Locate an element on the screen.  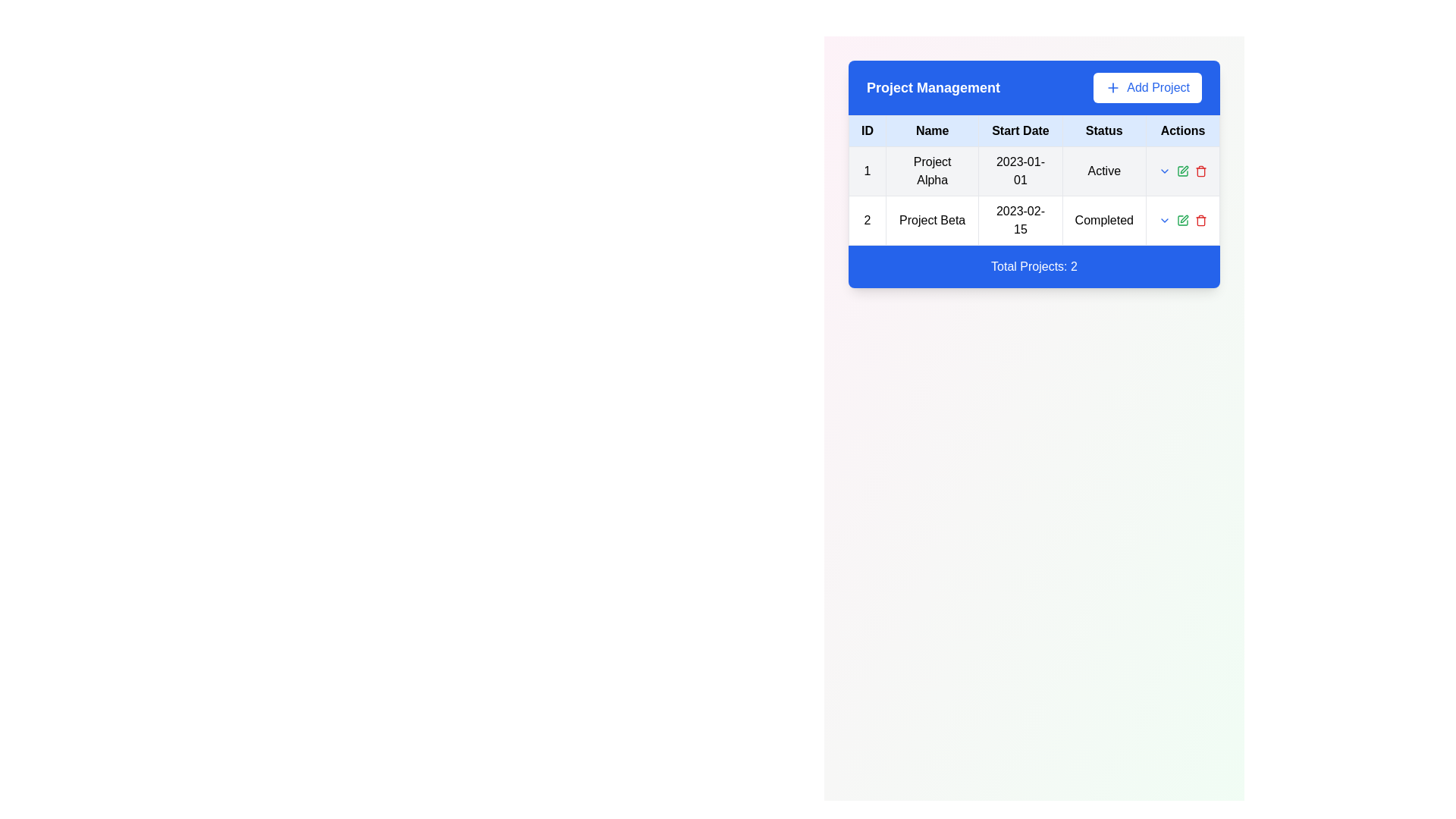
the 'Add New Project' button located in the top-right corner of the interface with a blue background, adjacent to 'Project Management' is located at coordinates (1147, 87).